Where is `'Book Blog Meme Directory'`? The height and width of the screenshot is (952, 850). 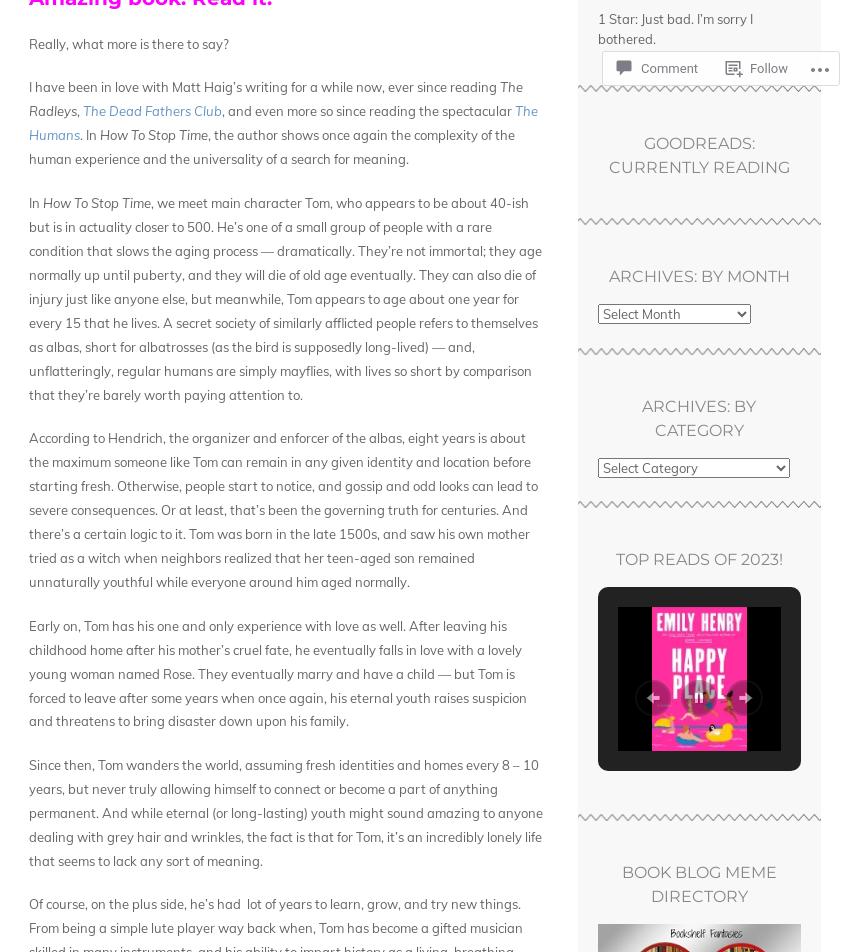
'Book Blog Meme Directory' is located at coordinates (697, 884).